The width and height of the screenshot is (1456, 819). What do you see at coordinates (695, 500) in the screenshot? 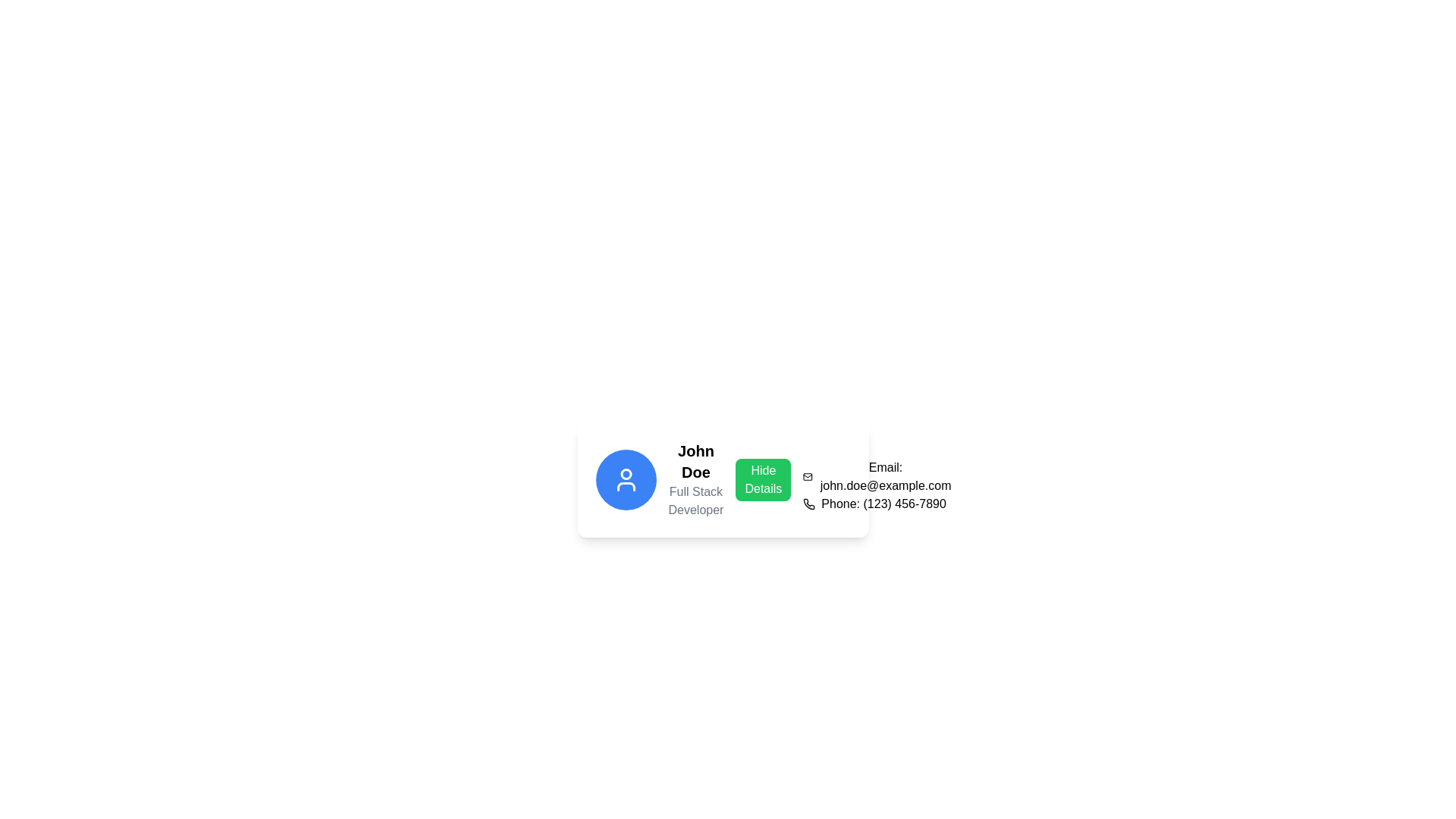
I see `the Text label indicating the professional role or title associated with 'John Doe', which is located directly below the sibling element 'John Doe'` at bounding box center [695, 500].